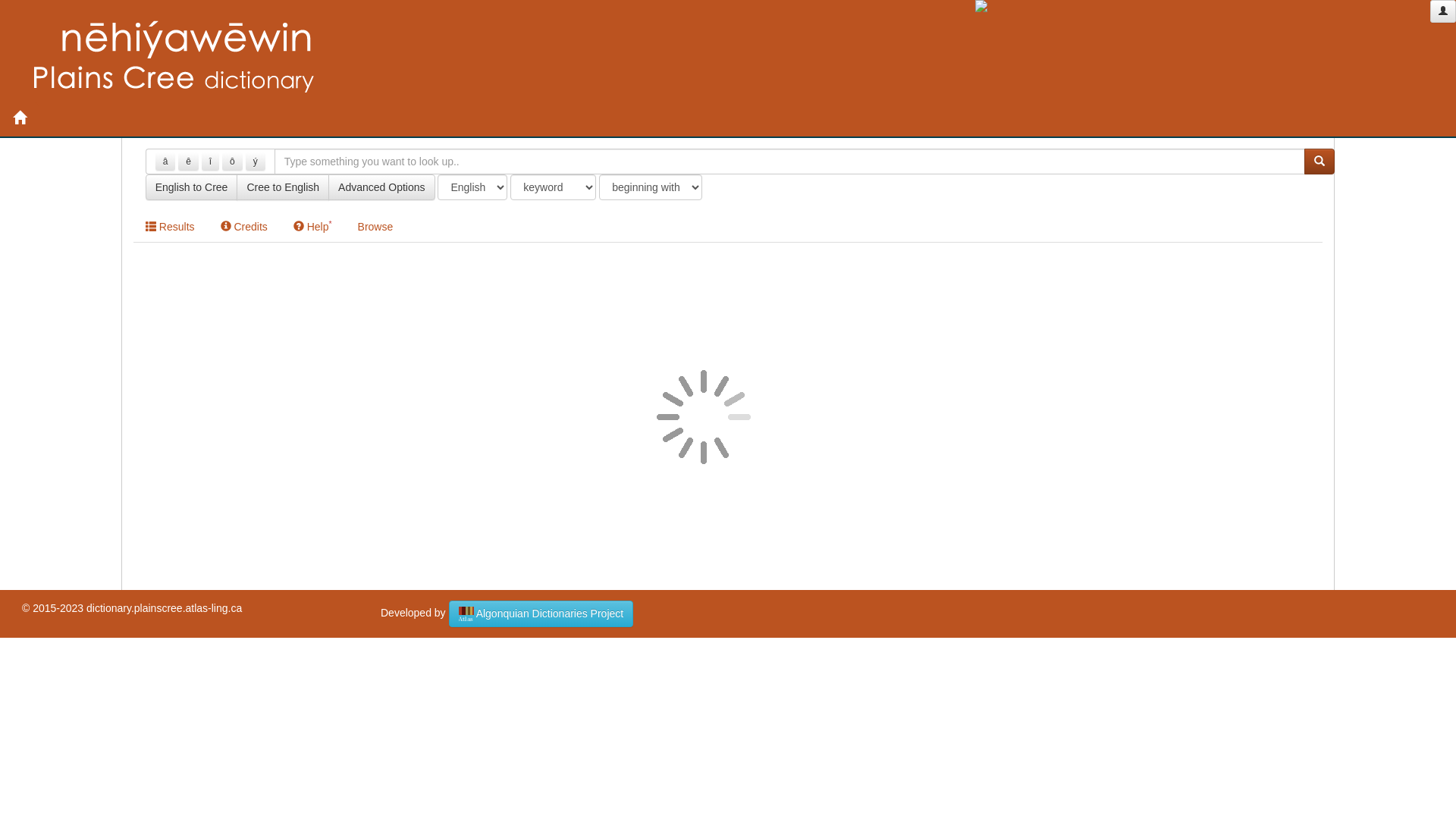 The width and height of the screenshot is (1456, 819). I want to click on 'Browse', so click(375, 227).